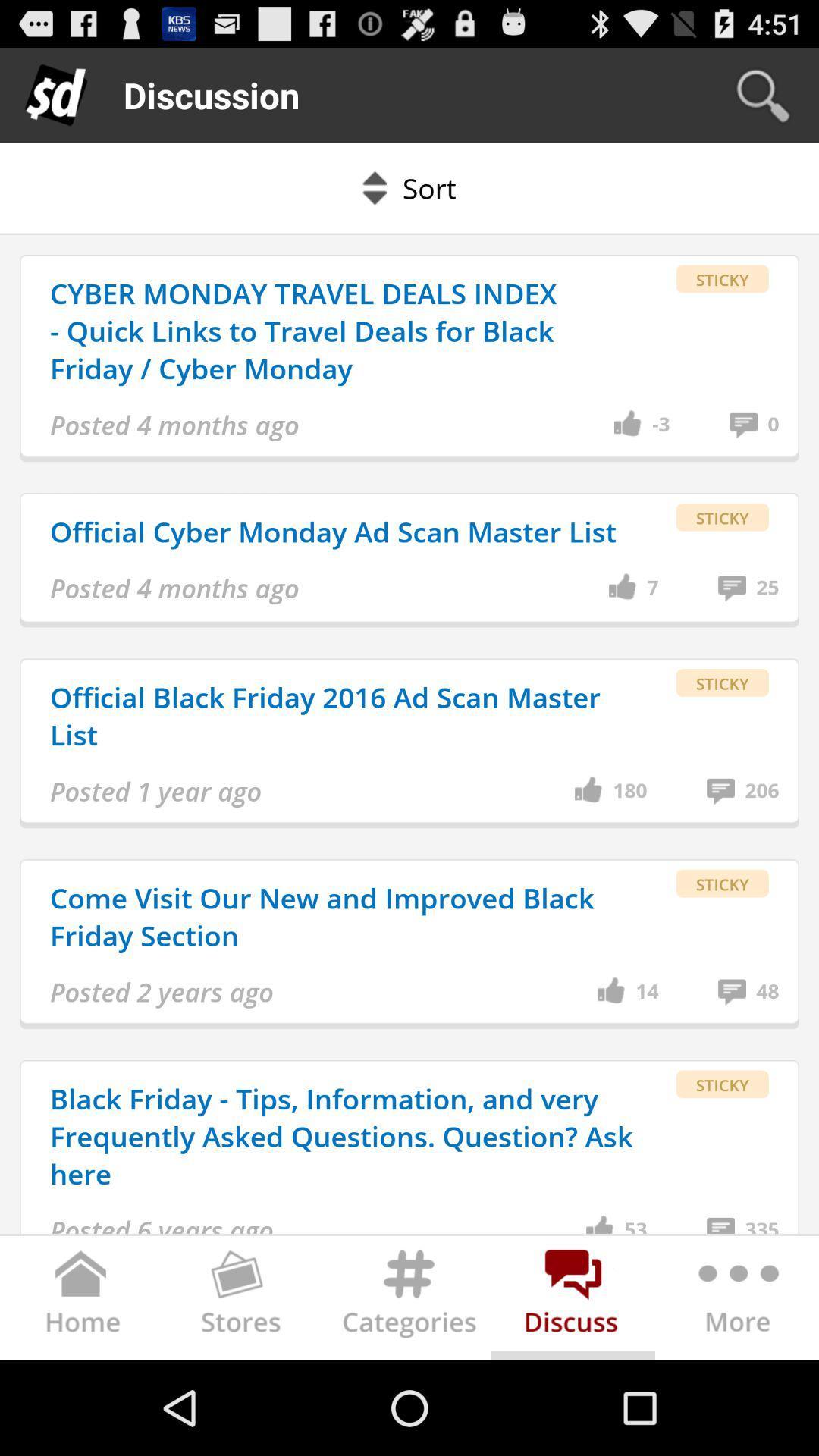 The height and width of the screenshot is (1456, 819). I want to click on item below official black friday app, so click(155, 790).